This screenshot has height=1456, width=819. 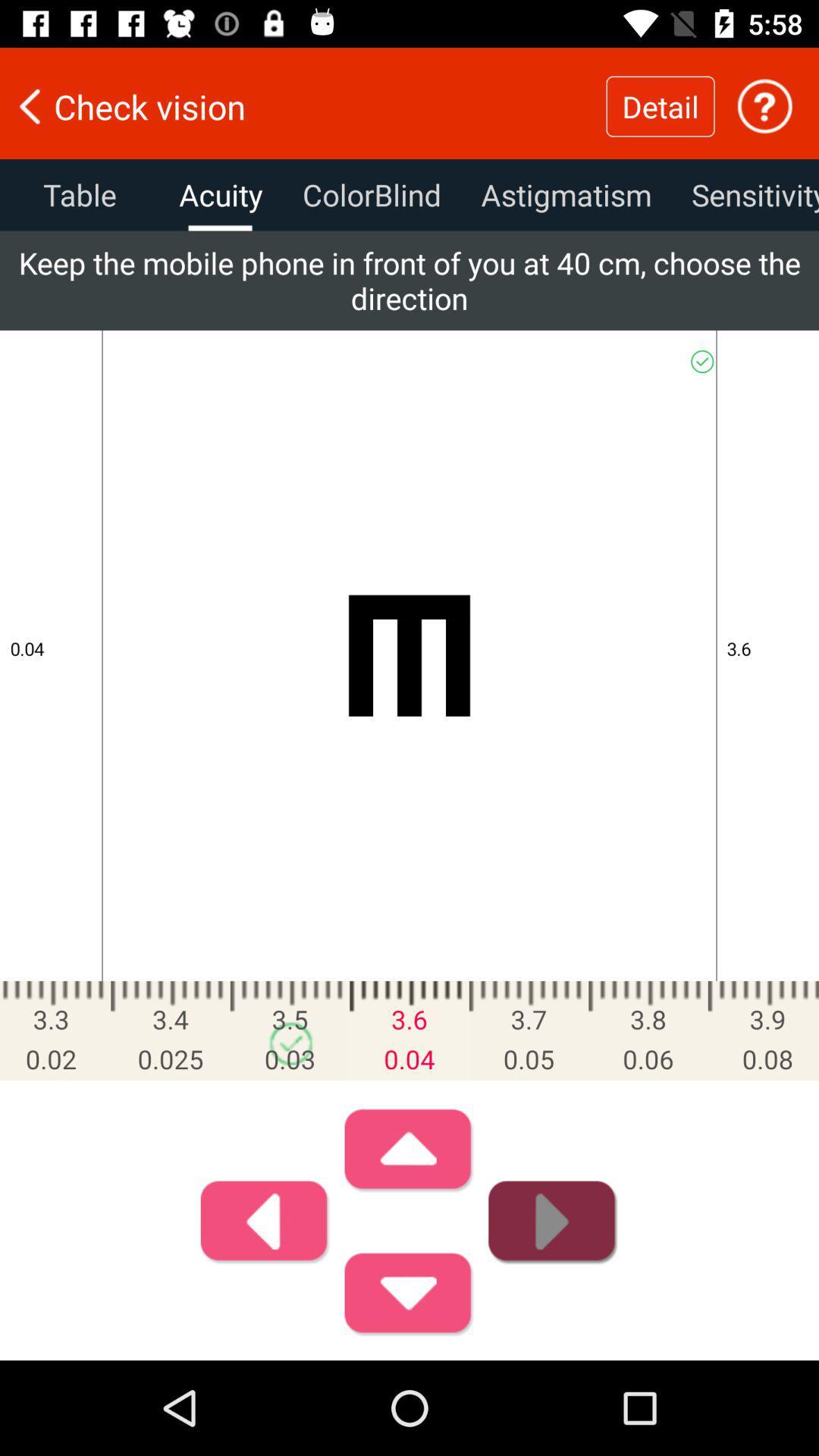 What do you see at coordinates (764, 105) in the screenshot?
I see `help menu` at bounding box center [764, 105].